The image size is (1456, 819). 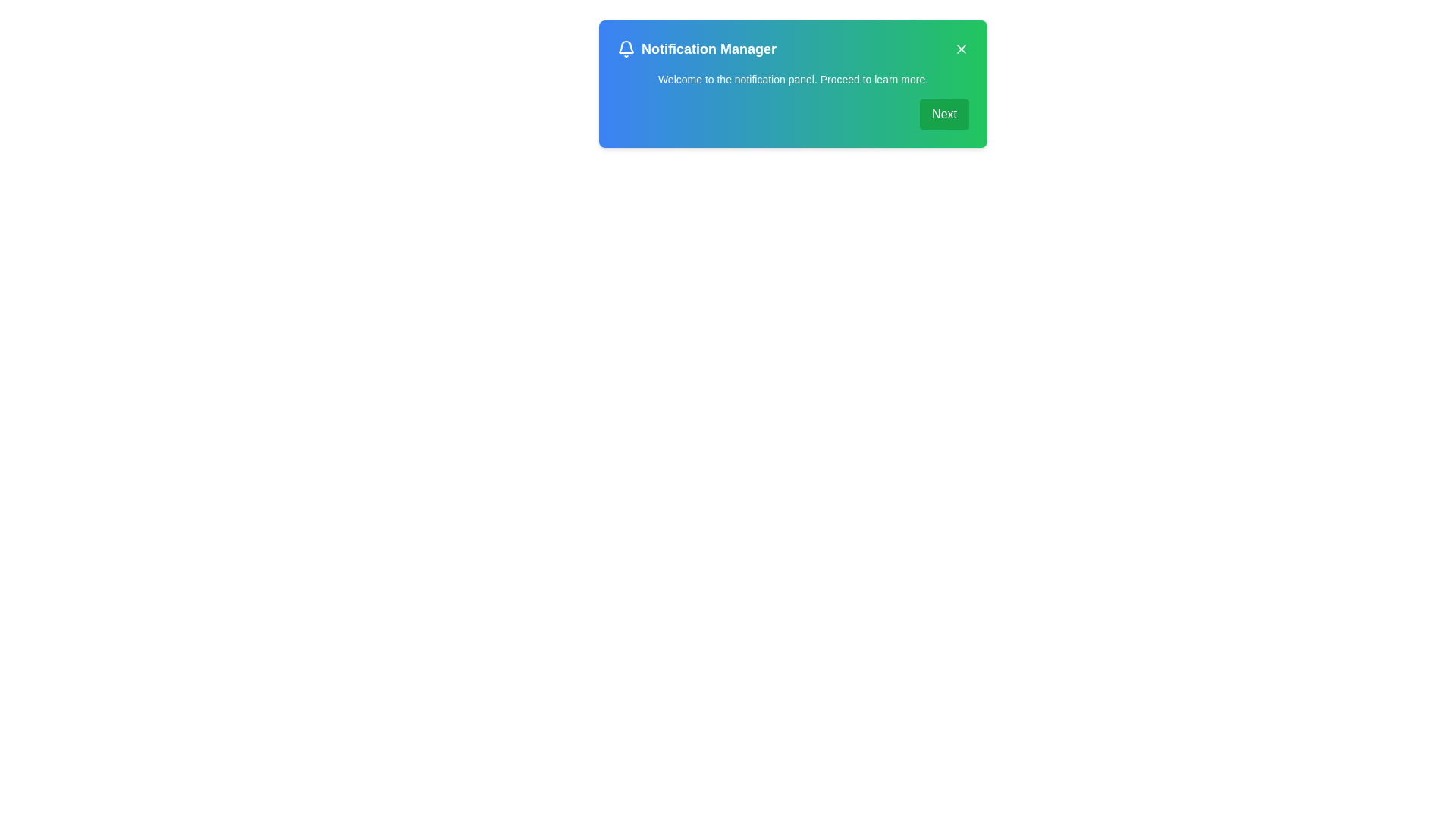 I want to click on close button to dismiss the alert, so click(x=960, y=49).